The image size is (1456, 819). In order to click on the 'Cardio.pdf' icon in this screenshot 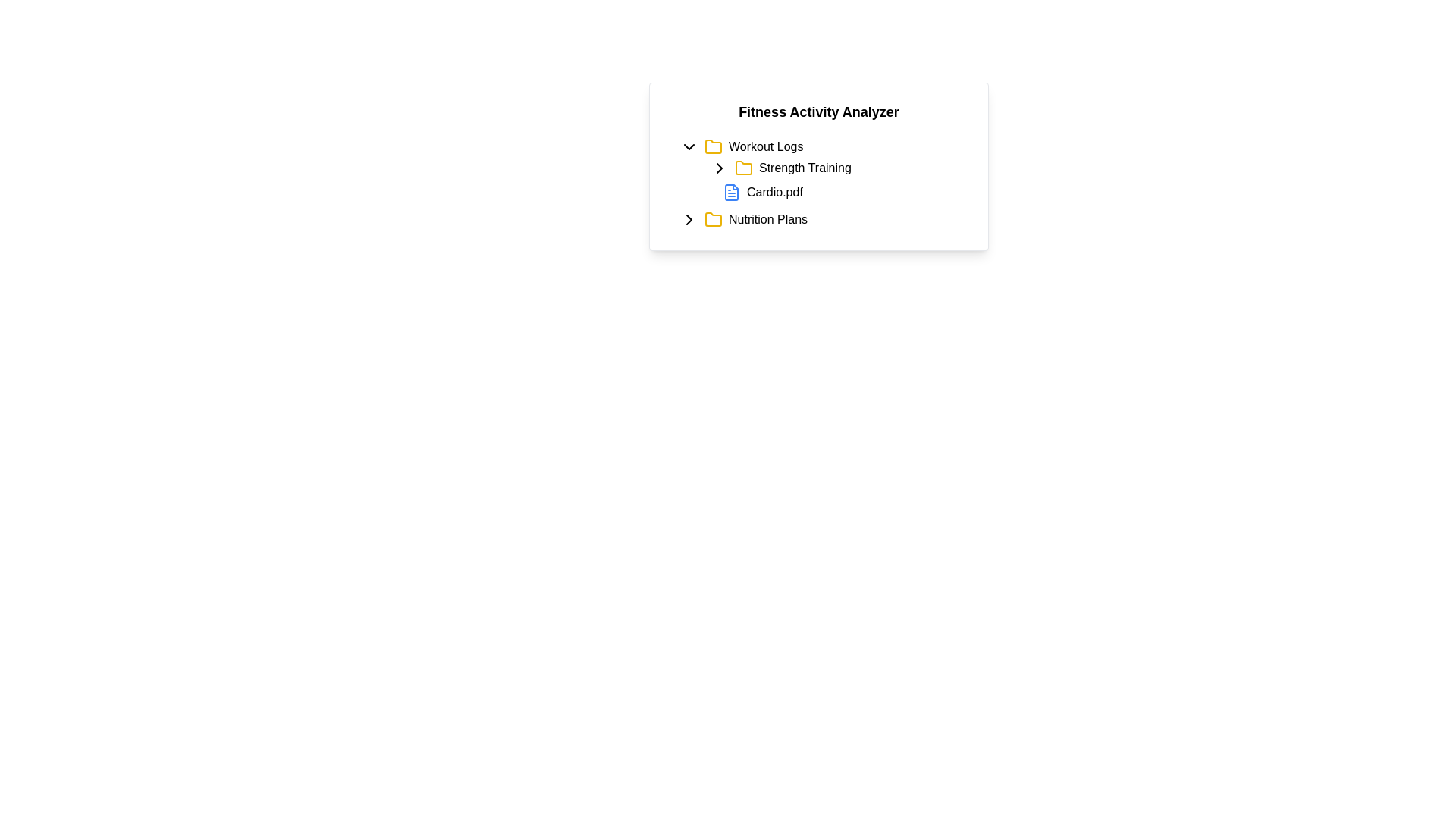, I will do `click(731, 192)`.